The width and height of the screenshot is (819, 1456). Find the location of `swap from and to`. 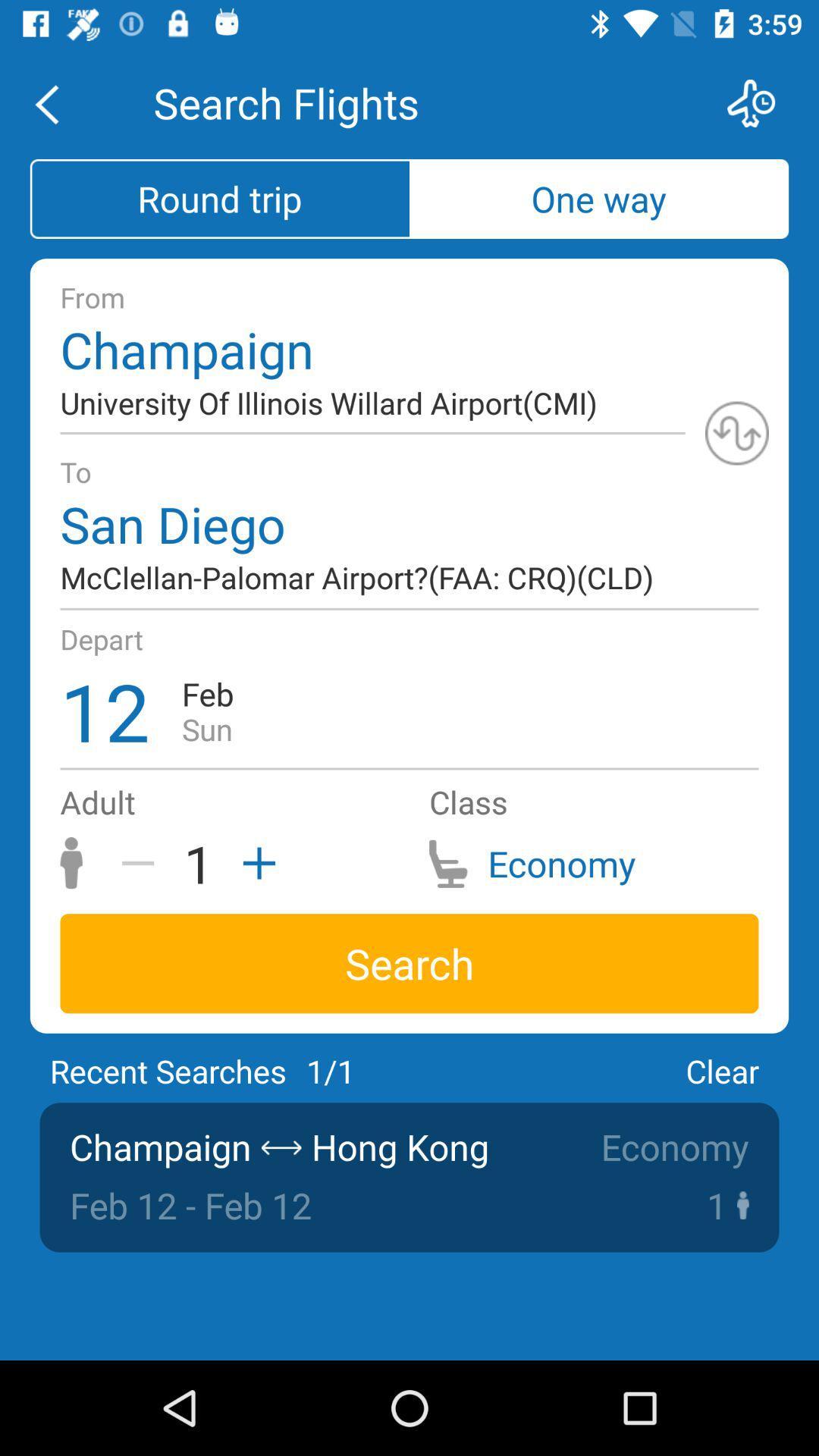

swap from and to is located at coordinates (736, 432).